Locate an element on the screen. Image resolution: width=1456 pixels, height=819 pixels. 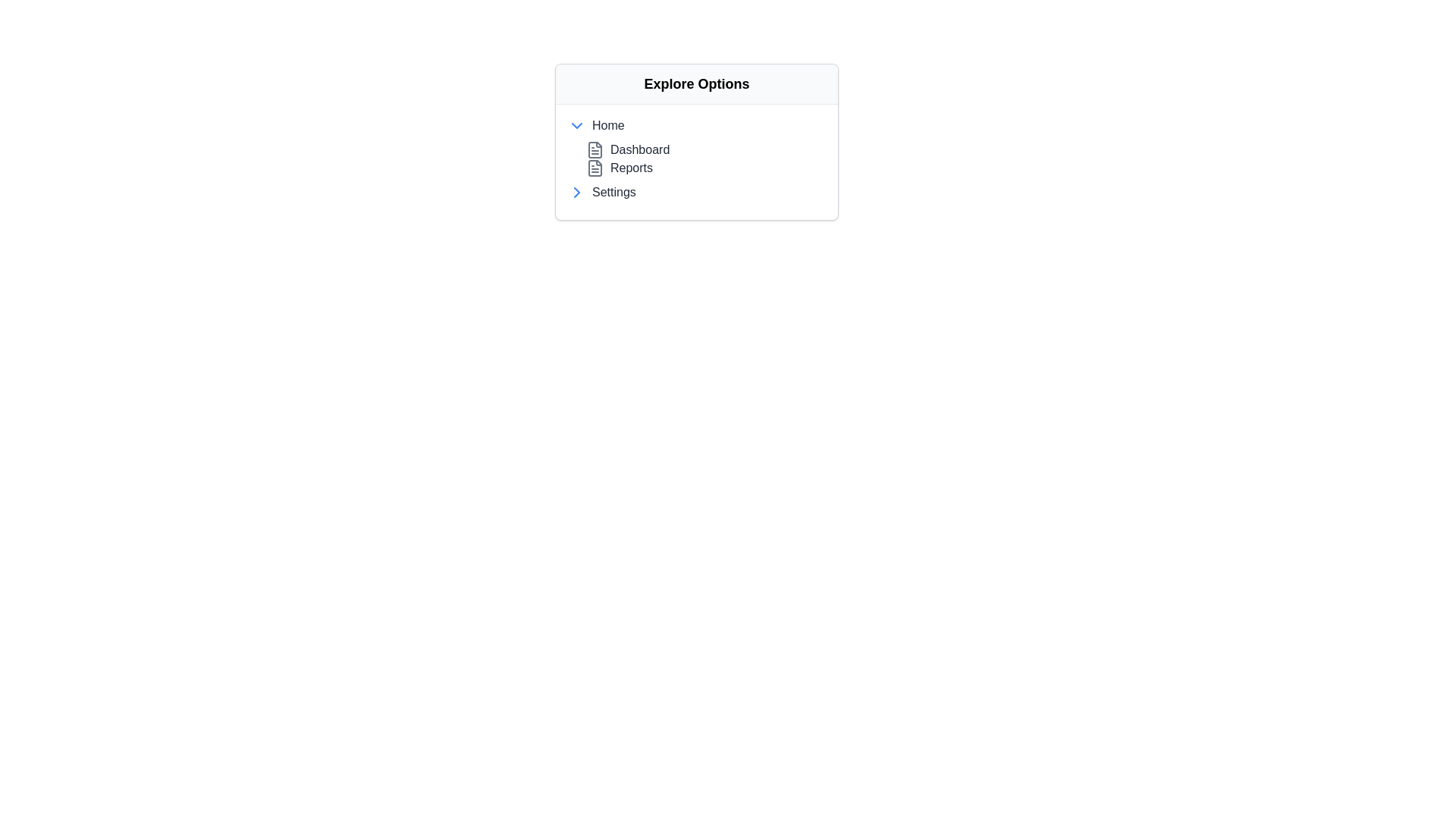
the 'Dashboard' icon, which is a visual indicator associated with the option and is located to the left of the text 'Dashboard' is located at coordinates (595, 149).